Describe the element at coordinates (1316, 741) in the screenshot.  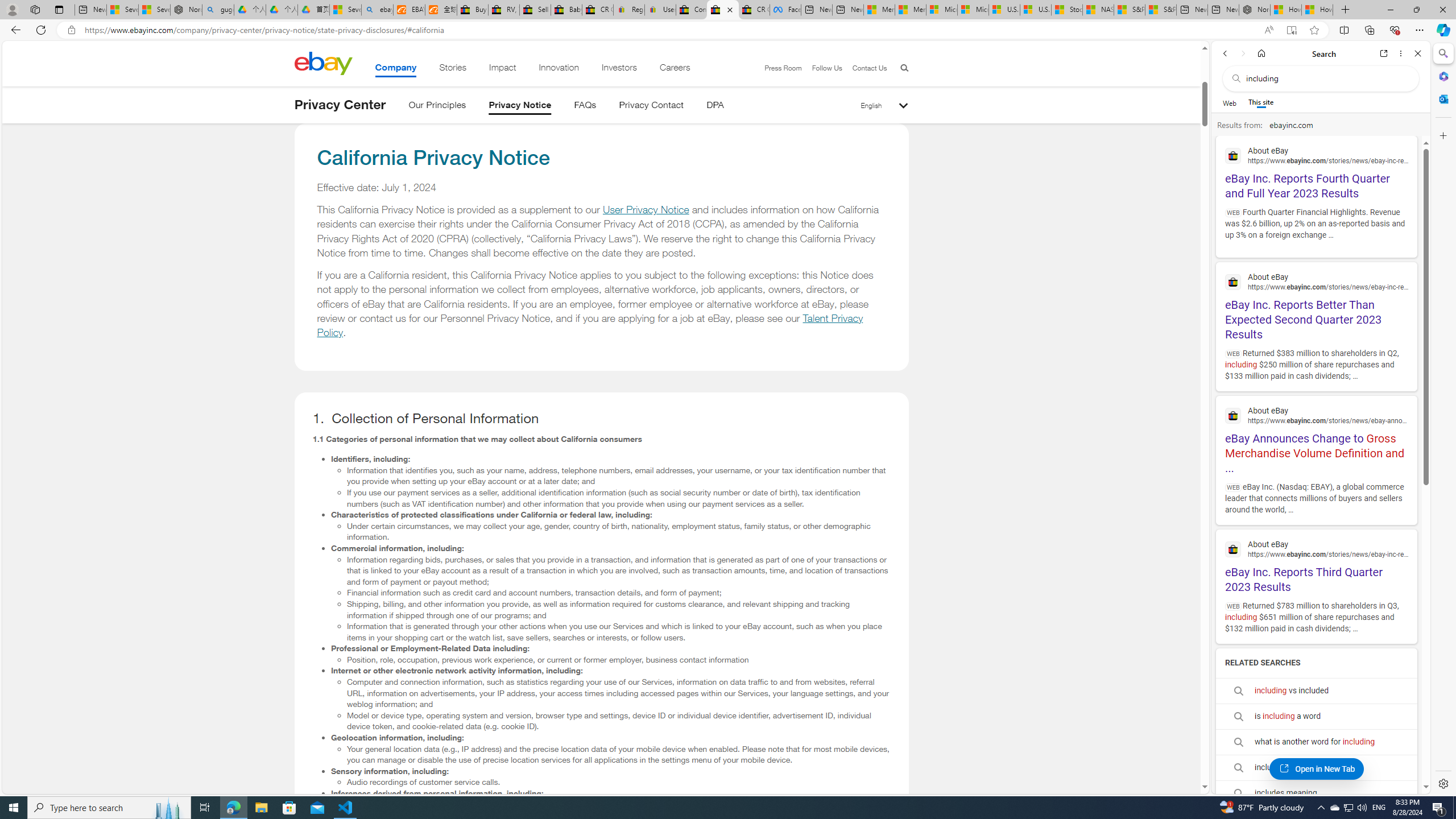
I see `'what is another word for including'` at that location.